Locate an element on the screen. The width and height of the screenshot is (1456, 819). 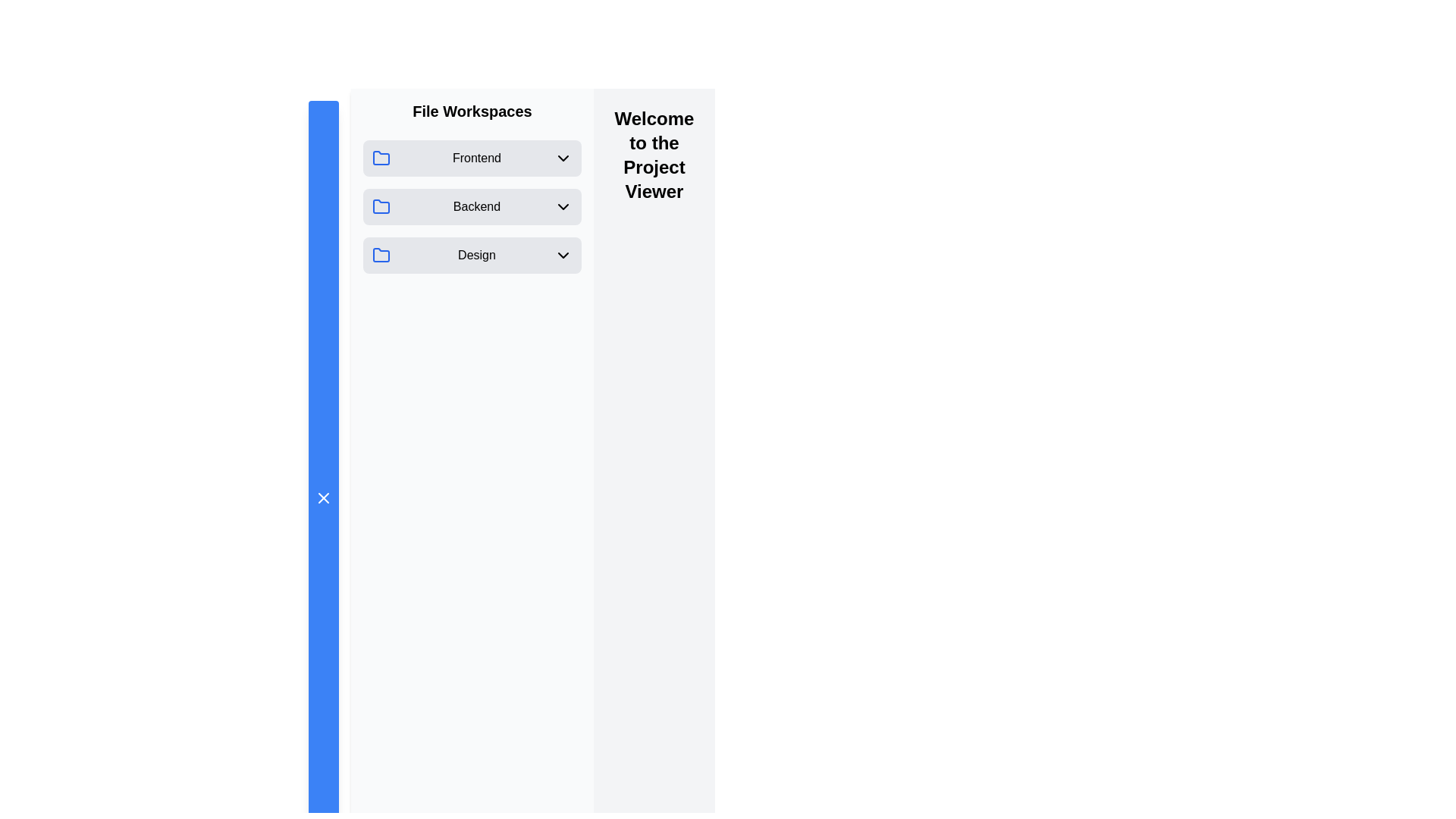
the 'close' button rendered as an SVG icon located in the vertical blue sidebar on the left side of the user interface is located at coordinates (323, 497).